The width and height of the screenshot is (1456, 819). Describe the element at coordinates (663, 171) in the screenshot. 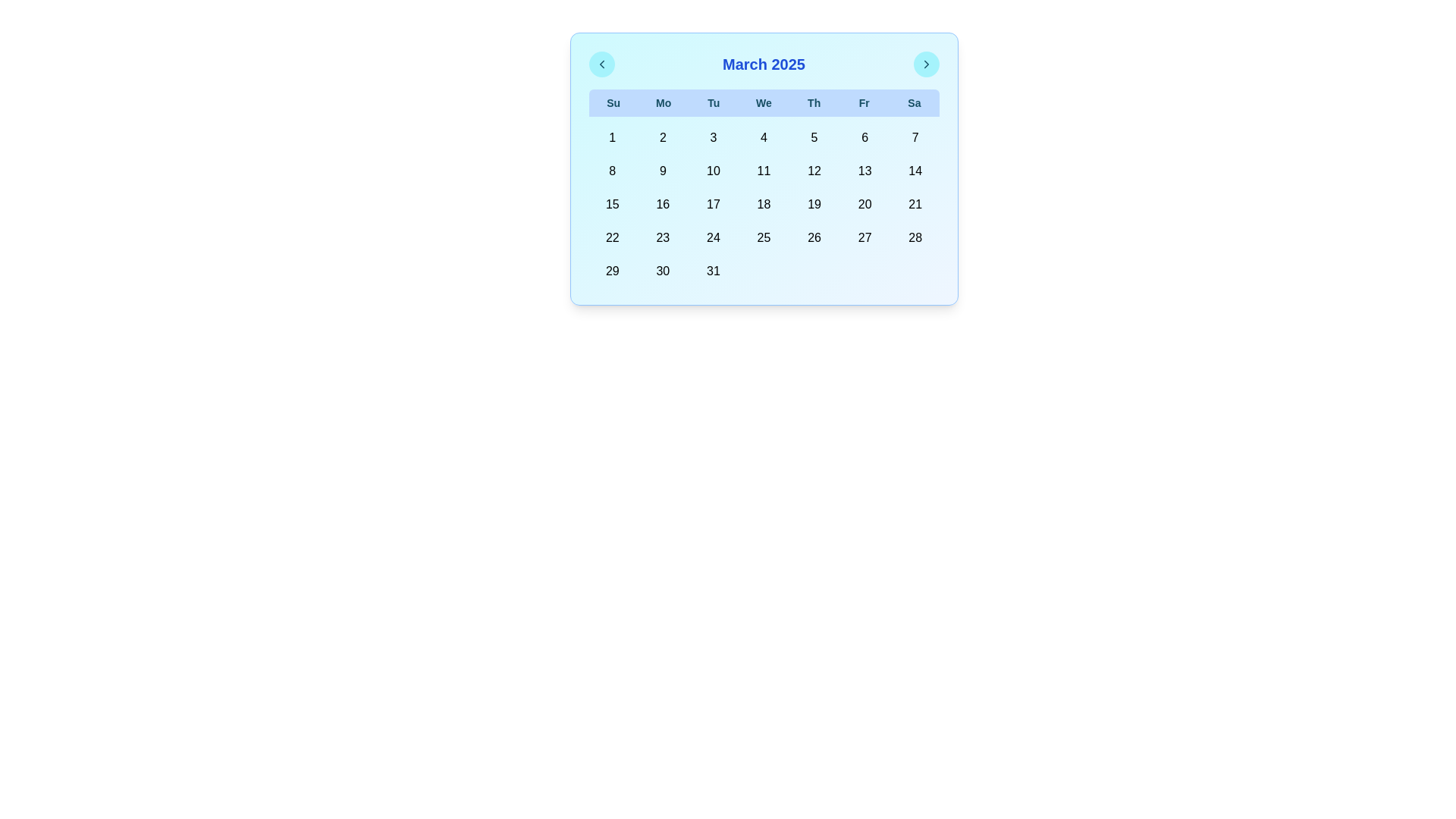

I see `the medium-sized button with rounded corners and a light blue background that contains the numeral '9'` at that location.